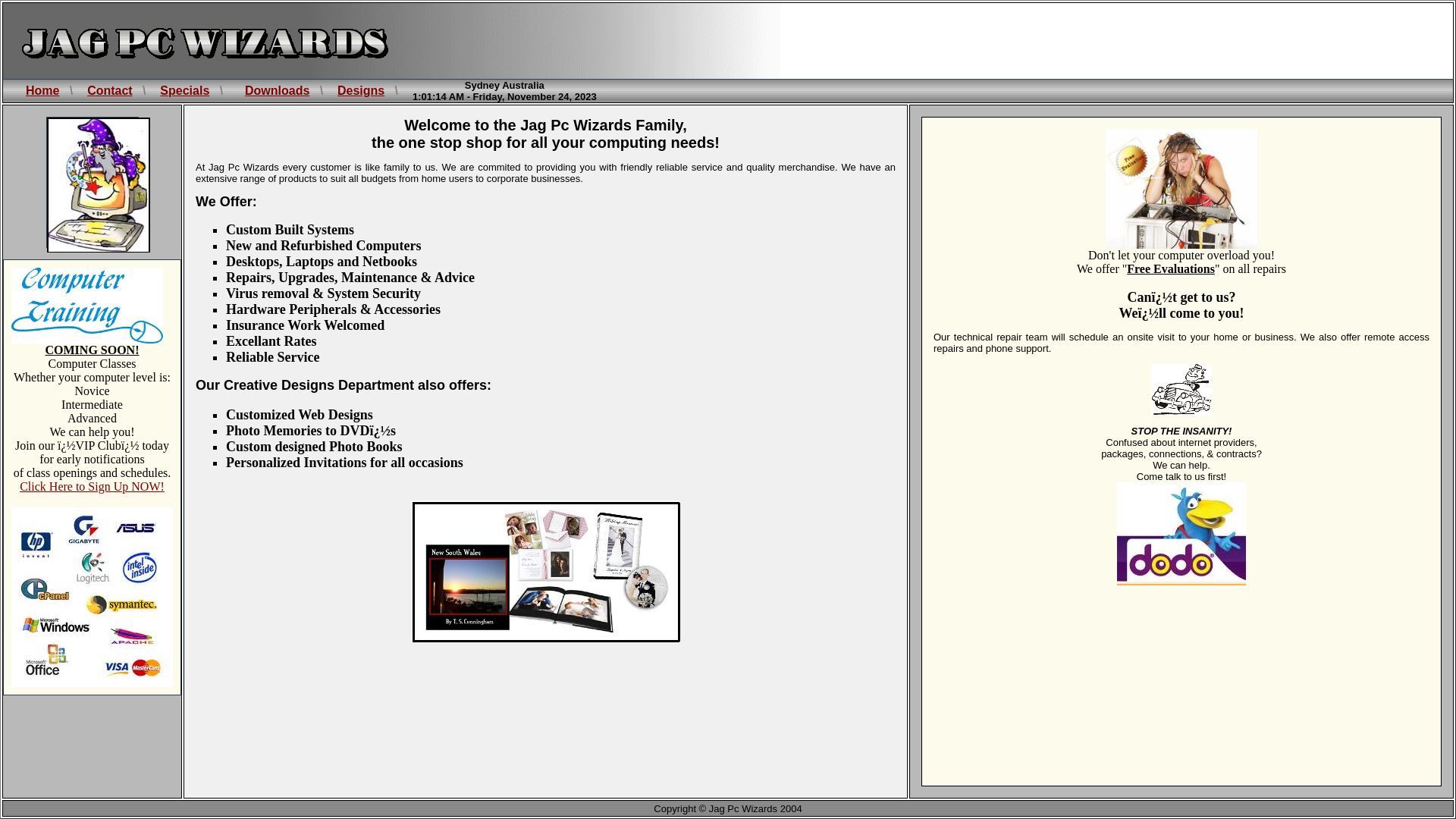 The image size is (1456, 819). Describe the element at coordinates (108, 90) in the screenshot. I see `'Contact'` at that location.